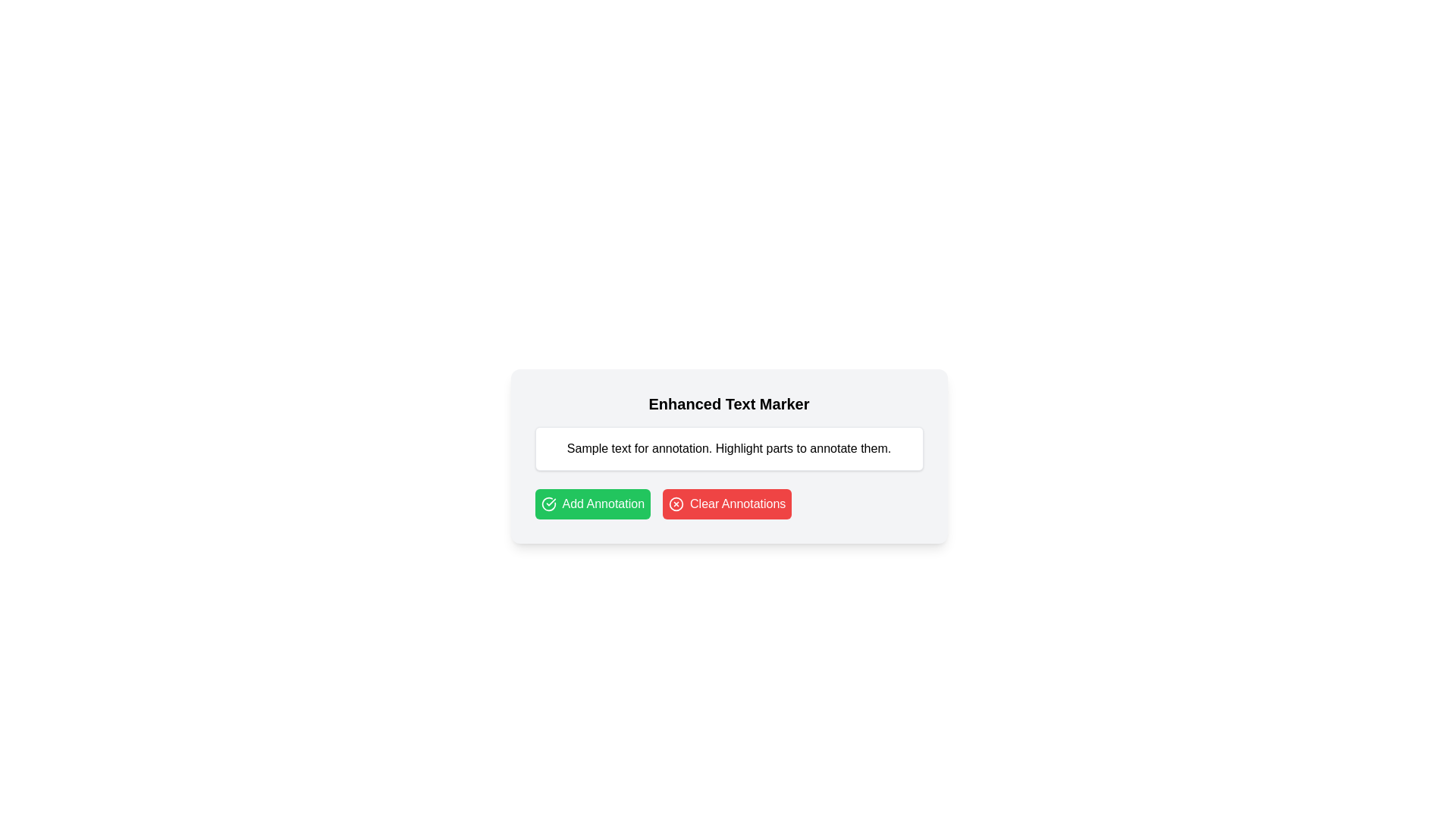  Describe the element at coordinates (679, 447) in the screenshot. I see `the last 't' in the word 'annotation' within the text line that begins with 'Sample text' and ends with 'annotate them.'` at that location.